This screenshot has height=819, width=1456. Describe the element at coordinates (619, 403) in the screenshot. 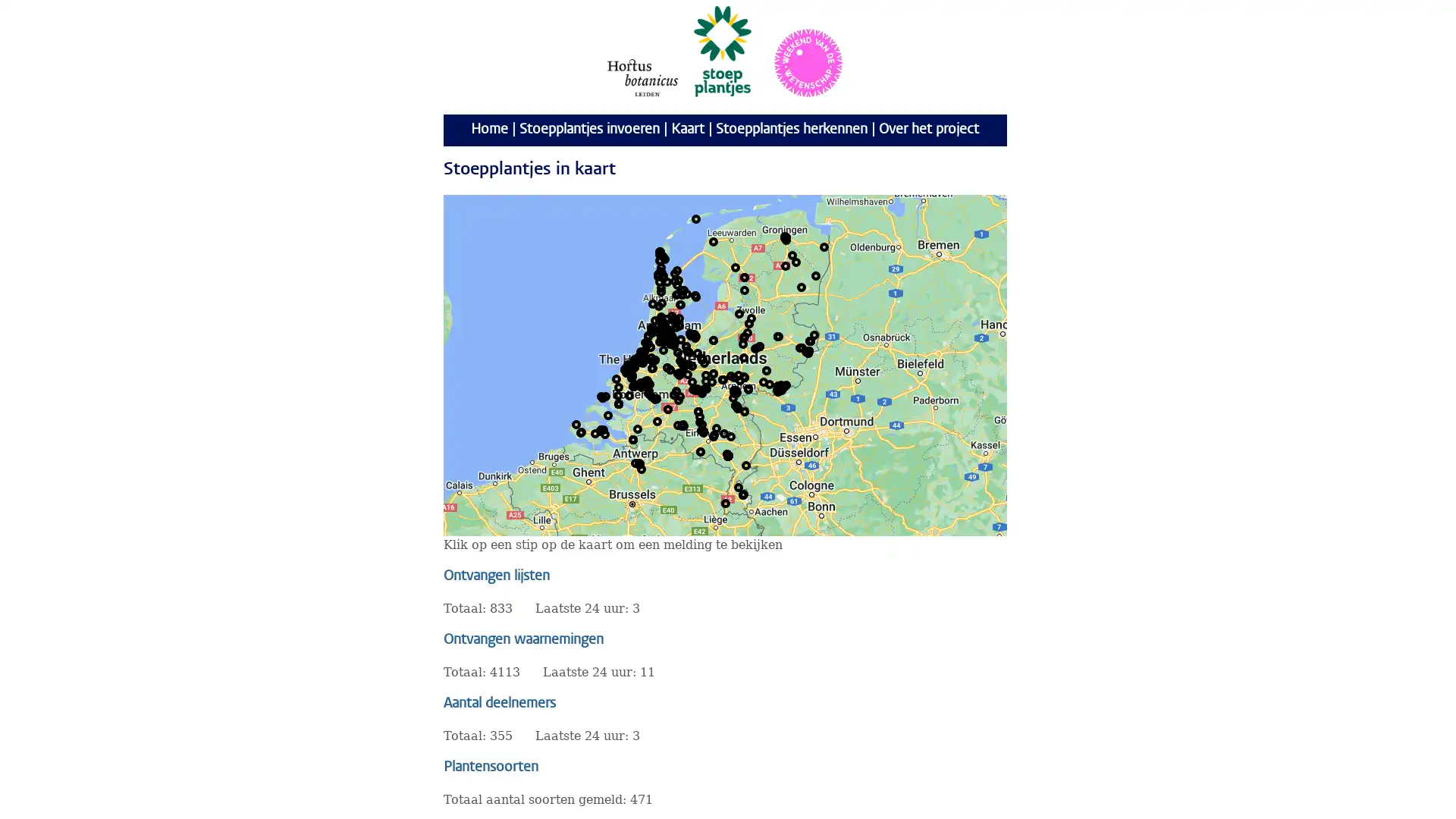

I see `Telling van Henk op 31 mei 2022` at that location.